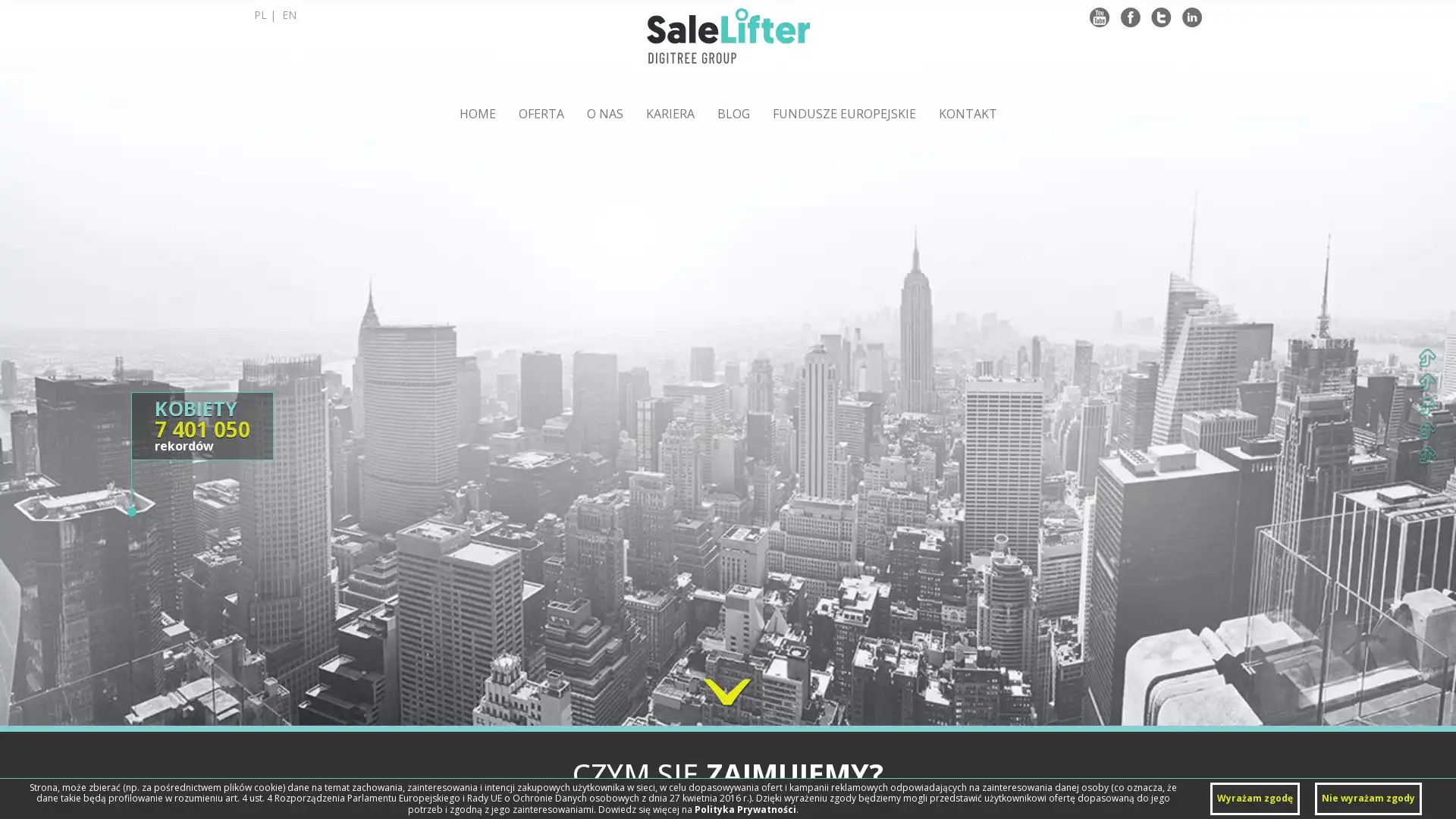 This screenshot has height=819, width=1456. What do you see at coordinates (1368, 798) in the screenshot?
I see `Nie wyrazam zgody` at bounding box center [1368, 798].